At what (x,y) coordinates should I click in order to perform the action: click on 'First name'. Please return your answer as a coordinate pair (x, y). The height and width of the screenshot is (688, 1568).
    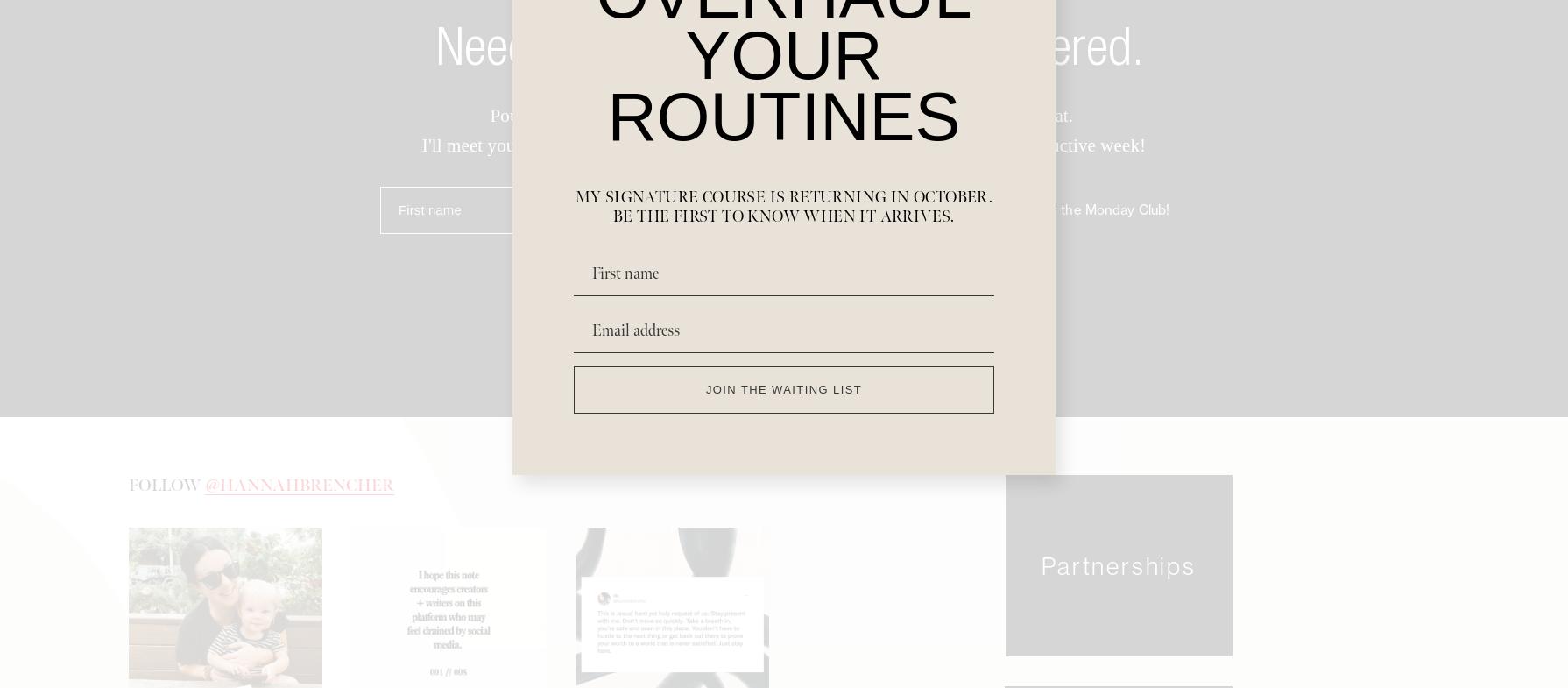
    Looking at the image, I should click on (428, 215).